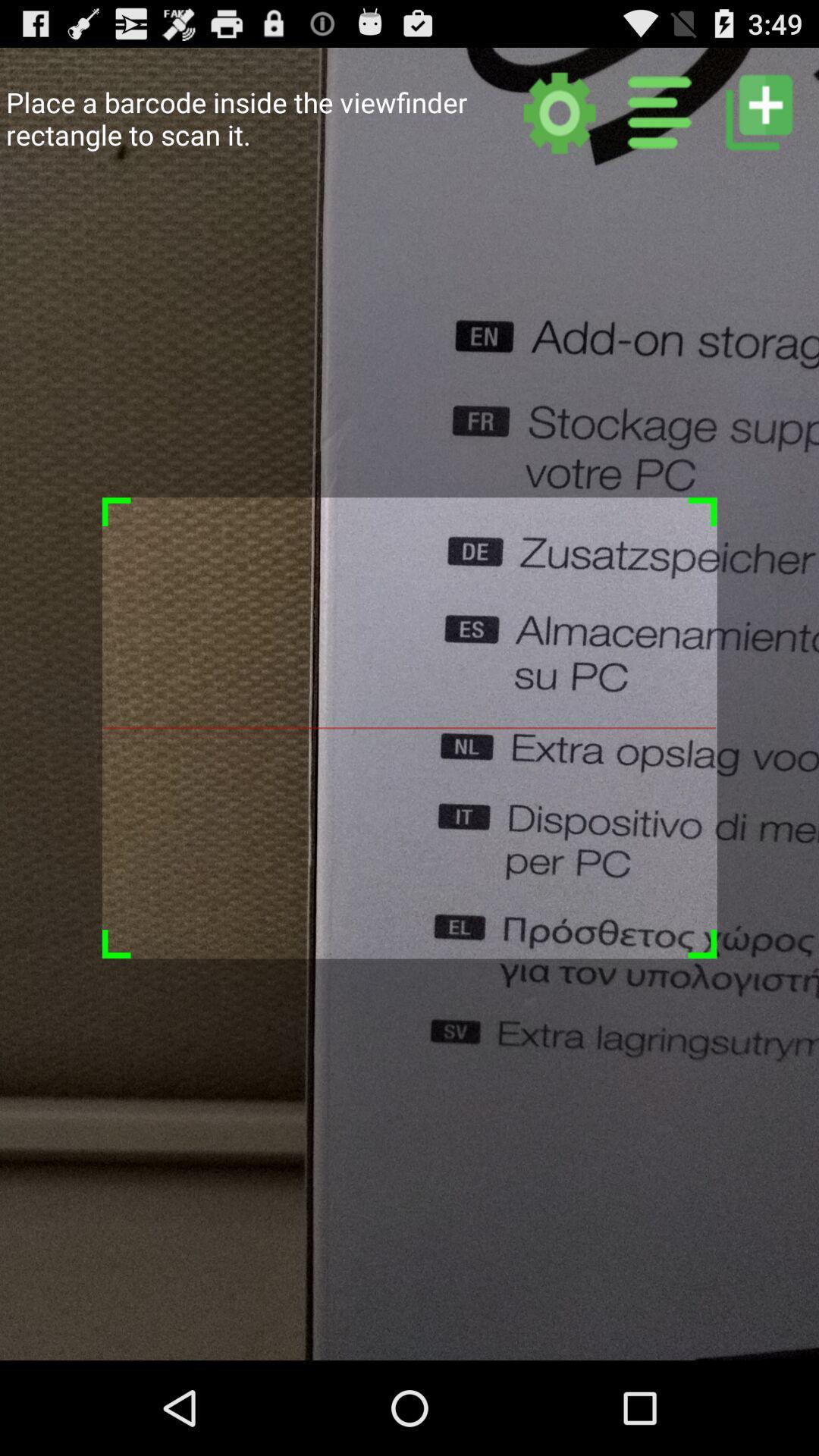 Image resolution: width=819 pixels, height=1456 pixels. What do you see at coordinates (560, 111) in the screenshot?
I see `tap to get settings menu` at bounding box center [560, 111].